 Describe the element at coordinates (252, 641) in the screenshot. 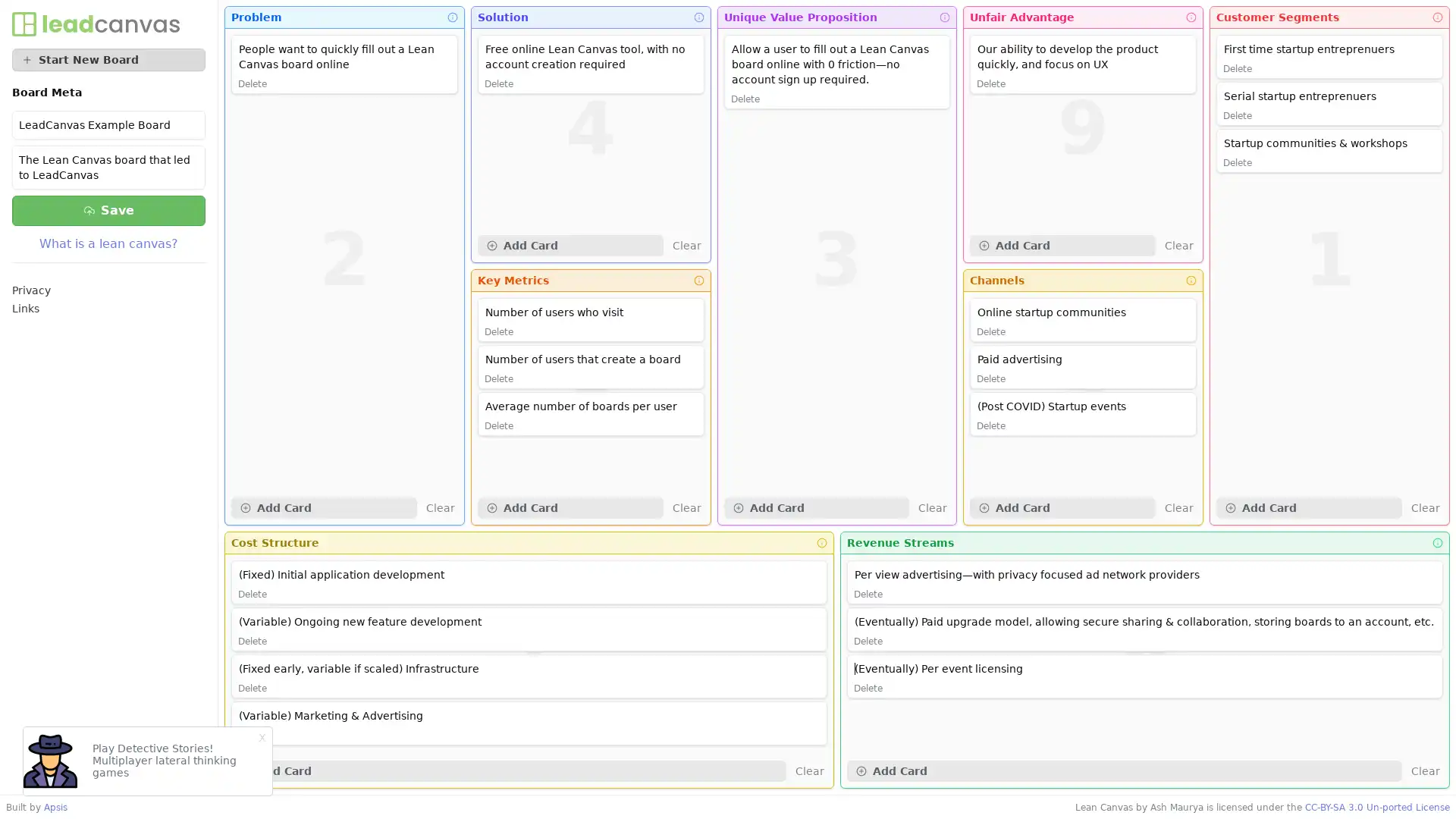

I see `Delete` at that location.